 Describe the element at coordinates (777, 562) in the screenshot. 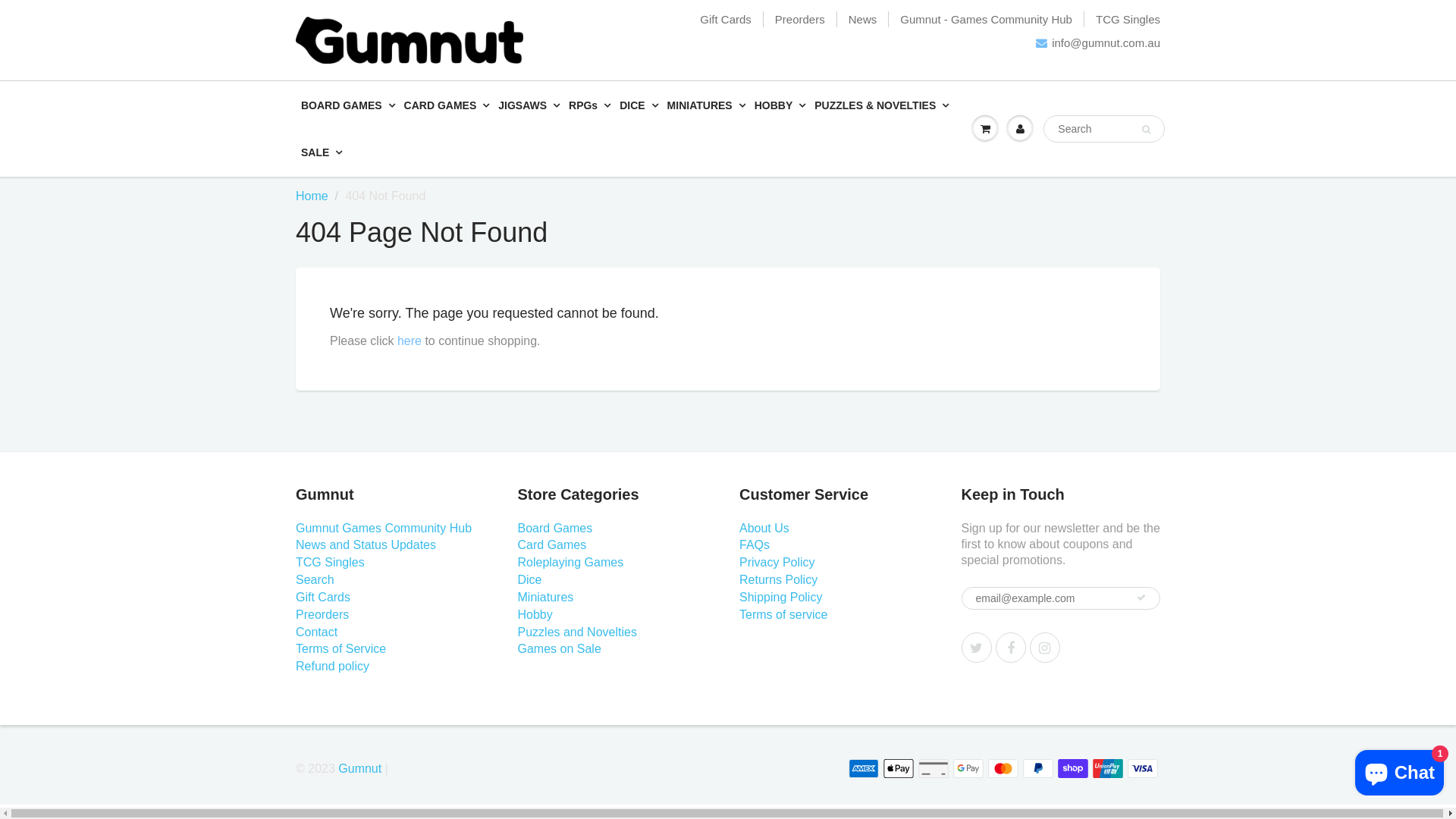

I see `'Privacy Policy'` at that location.